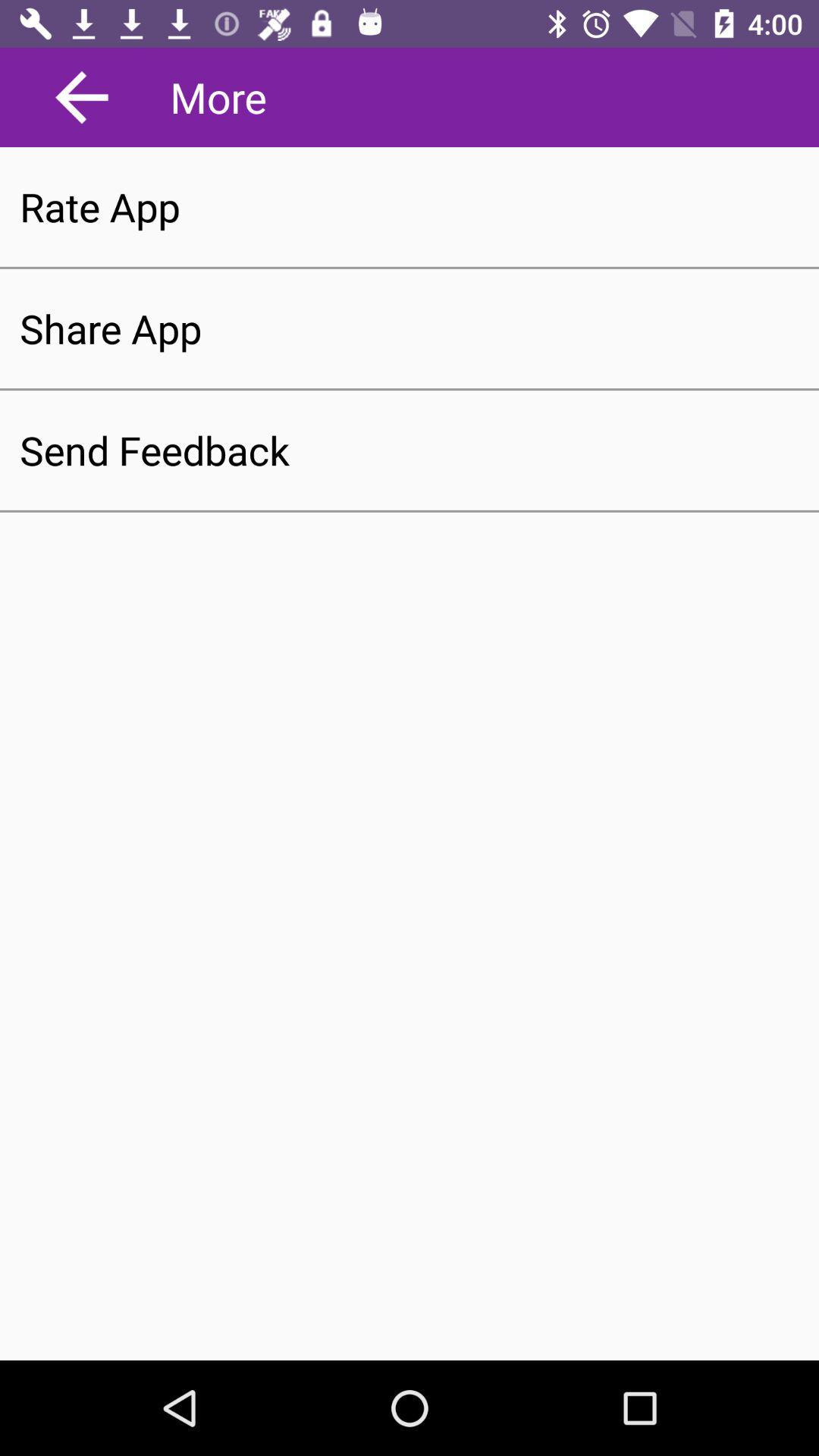 The height and width of the screenshot is (1456, 819). I want to click on the icon next to more, so click(82, 96).